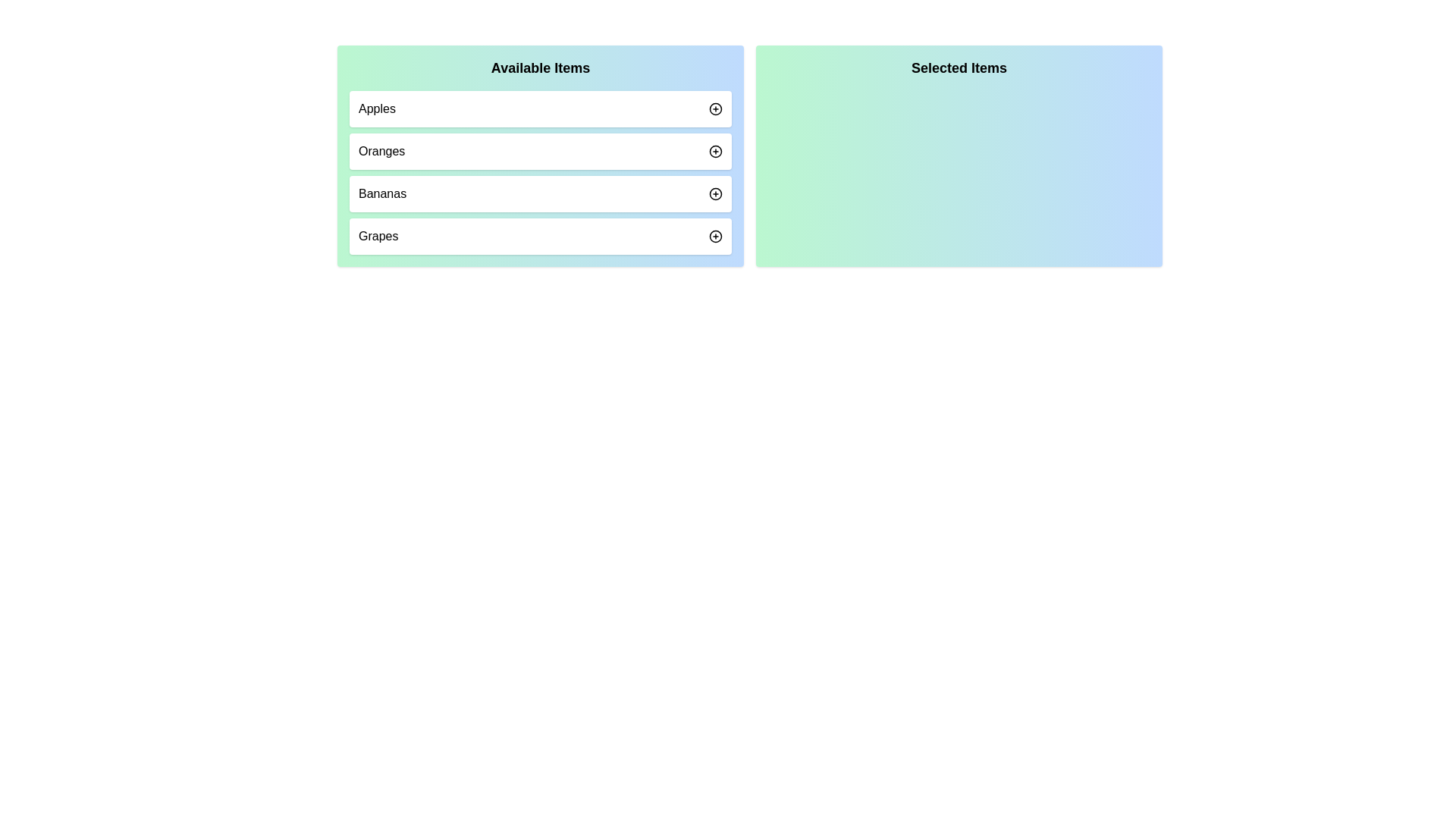  What do you see at coordinates (715, 108) in the screenshot?
I see `'+' button next to Apples in the 'Available Items' list to transfer it to 'Selected Items'` at bounding box center [715, 108].